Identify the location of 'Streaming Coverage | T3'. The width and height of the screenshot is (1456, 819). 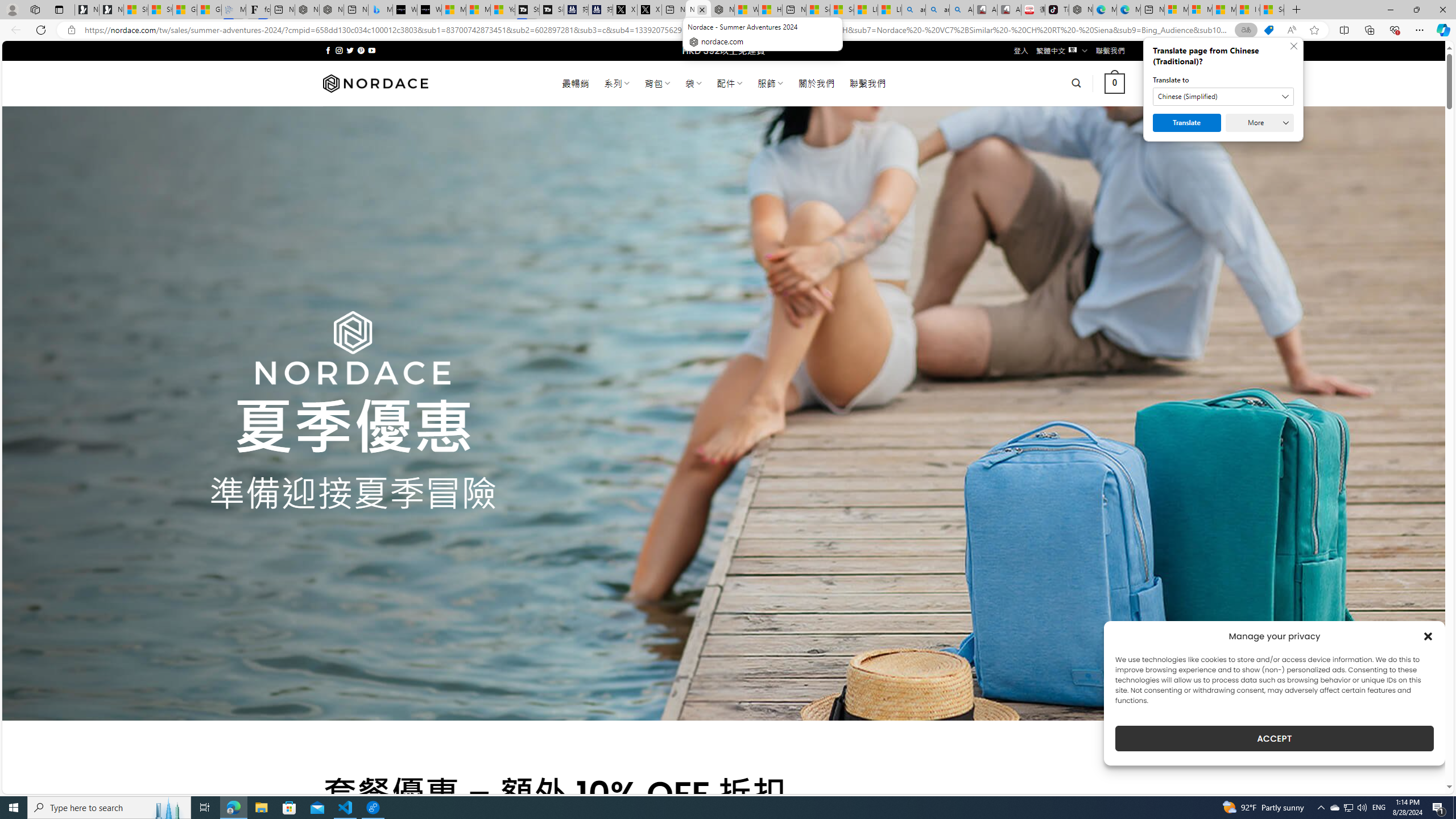
(526, 9).